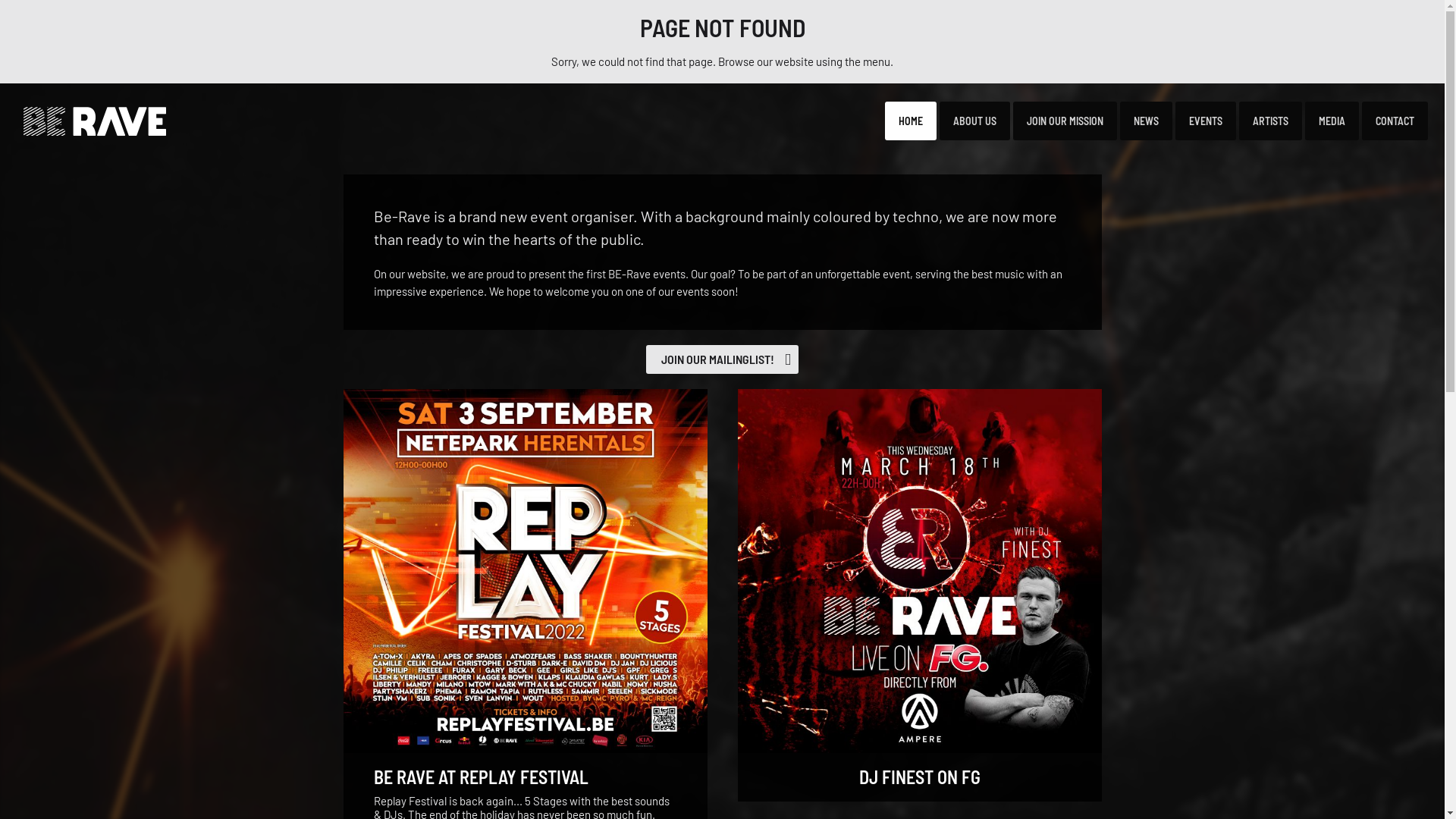 The image size is (1456, 819). What do you see at coordinates (372, 777) in the screenshot?
I see `'BE RAVE AT REPLAY FESTIVAL'` at bounding box center [372, 777].